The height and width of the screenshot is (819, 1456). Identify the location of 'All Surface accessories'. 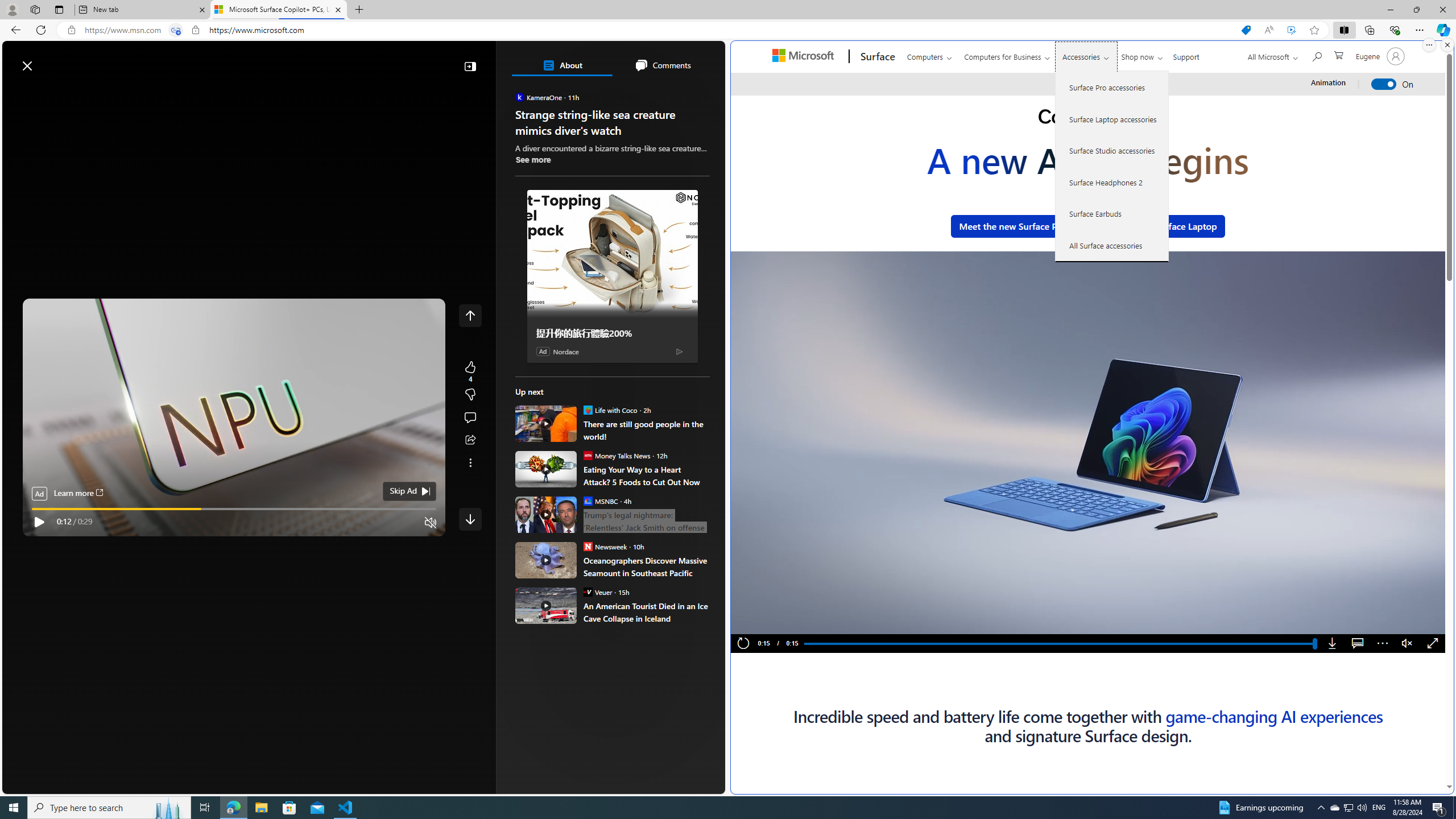
(1111, 245).